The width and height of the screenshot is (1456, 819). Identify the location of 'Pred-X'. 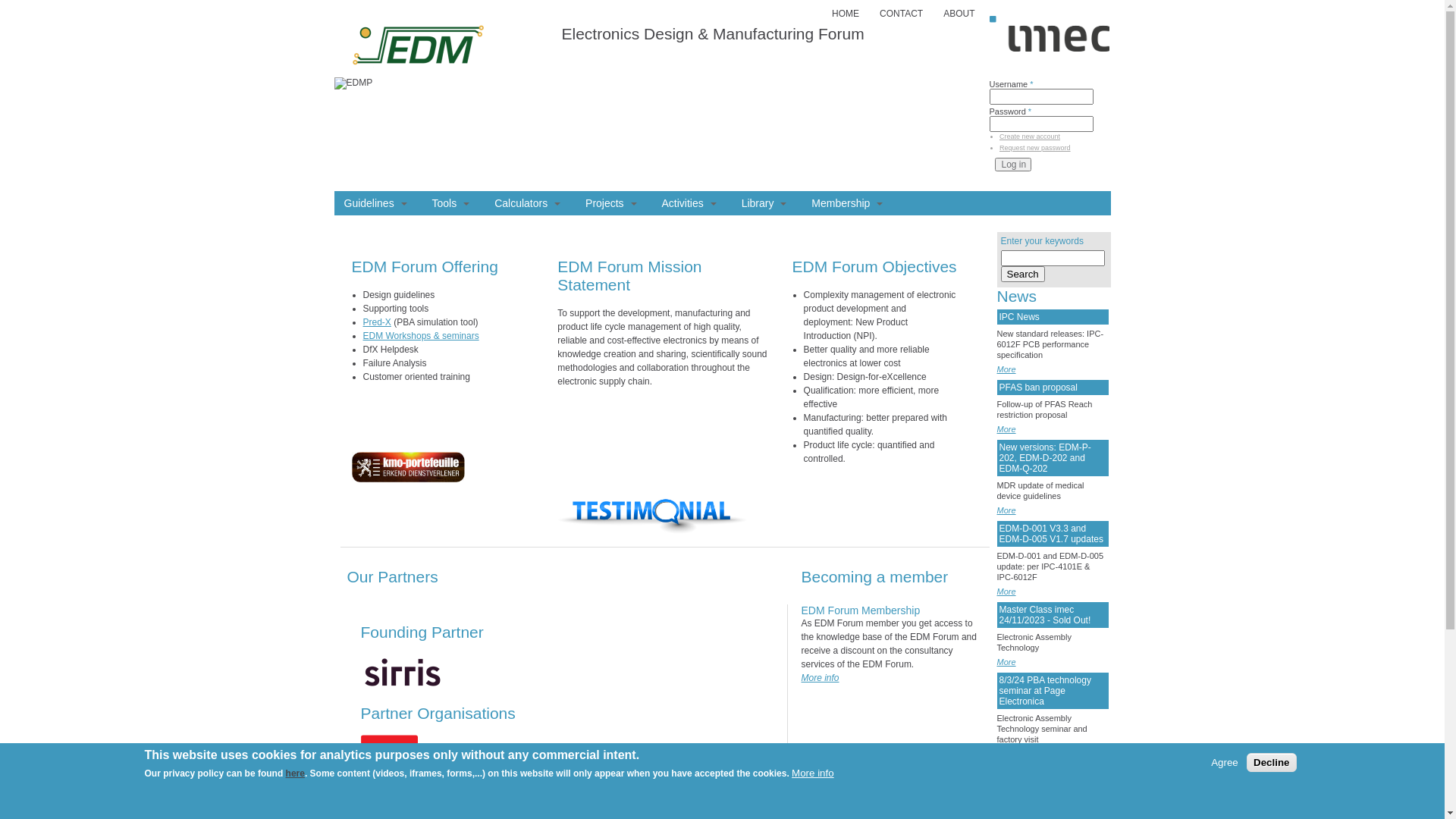
(376, 321).